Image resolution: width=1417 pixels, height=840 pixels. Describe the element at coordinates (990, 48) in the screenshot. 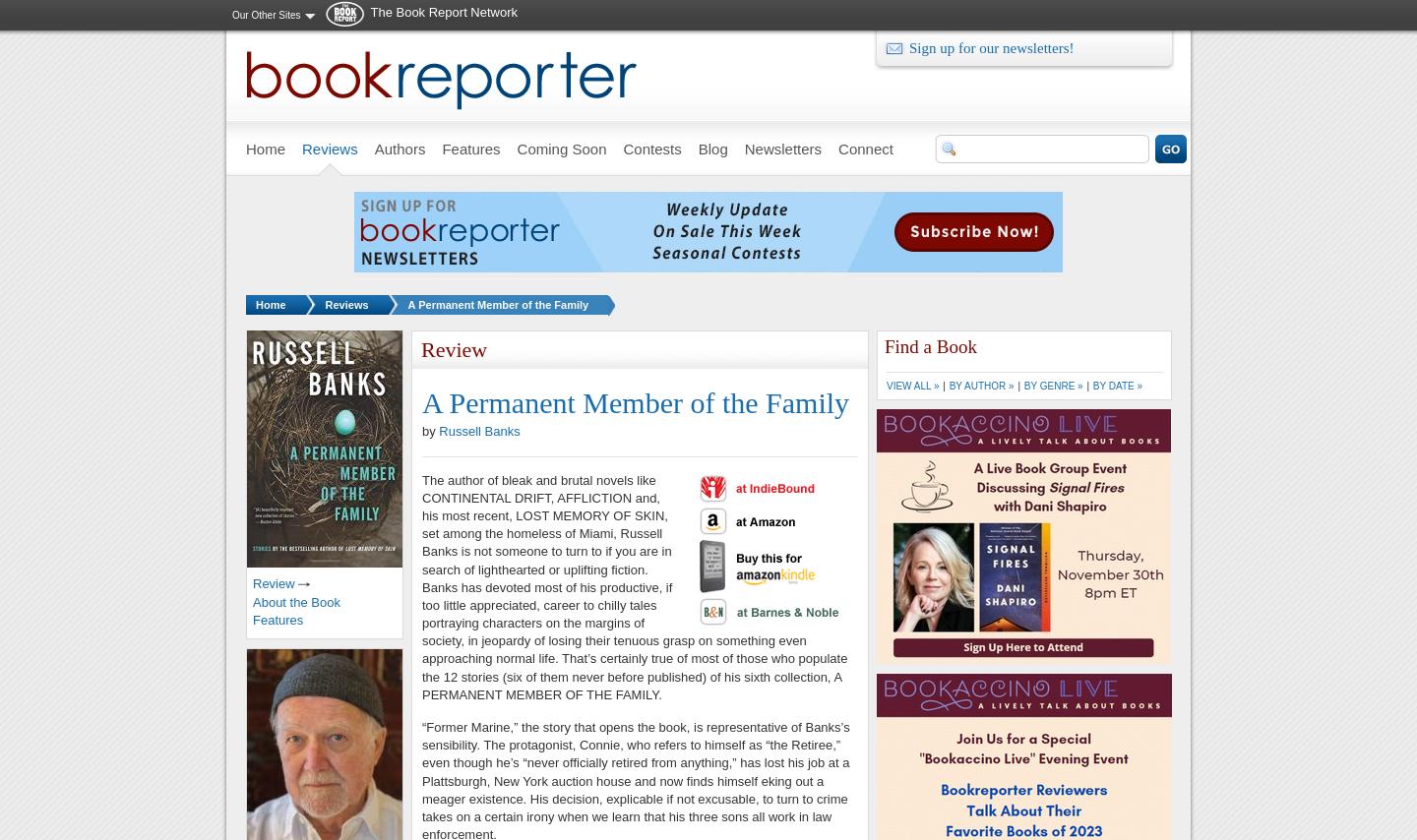

I see `'Sign up for our newsletters!'` at that location.